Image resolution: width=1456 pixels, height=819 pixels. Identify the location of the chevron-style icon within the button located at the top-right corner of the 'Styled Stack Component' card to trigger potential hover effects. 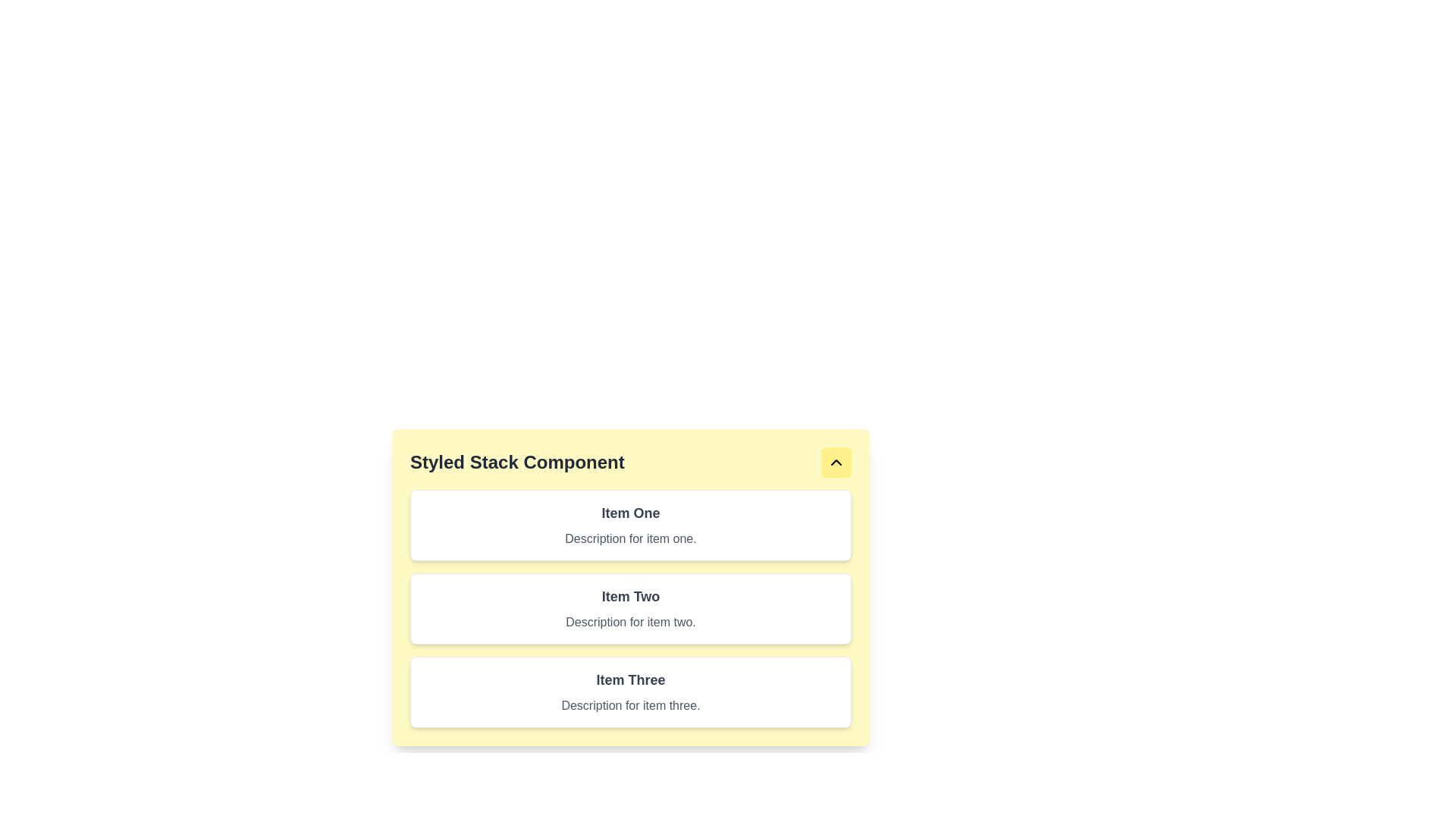
(836, 461).